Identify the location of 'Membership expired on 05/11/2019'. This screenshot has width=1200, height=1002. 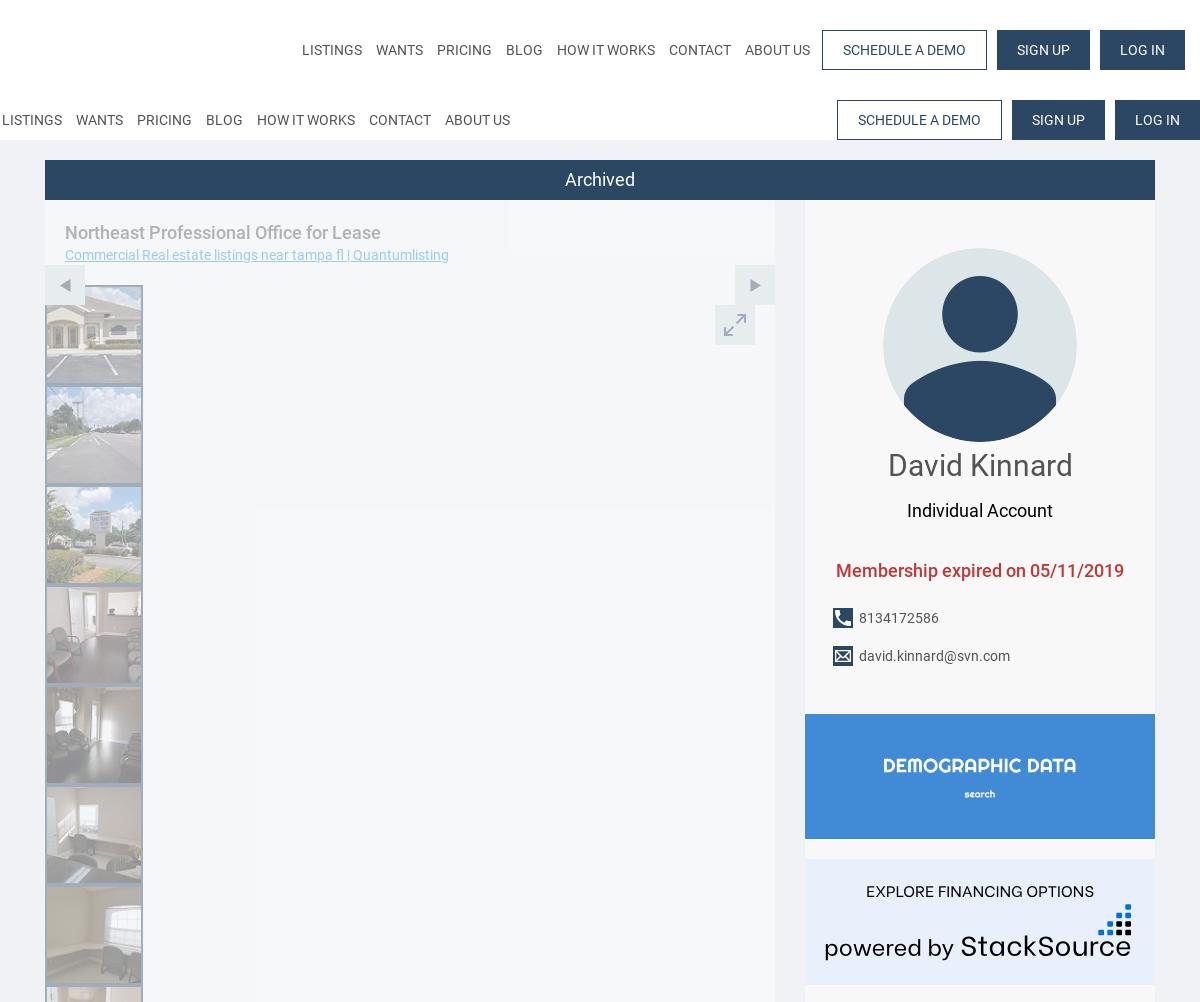
(980, 569).